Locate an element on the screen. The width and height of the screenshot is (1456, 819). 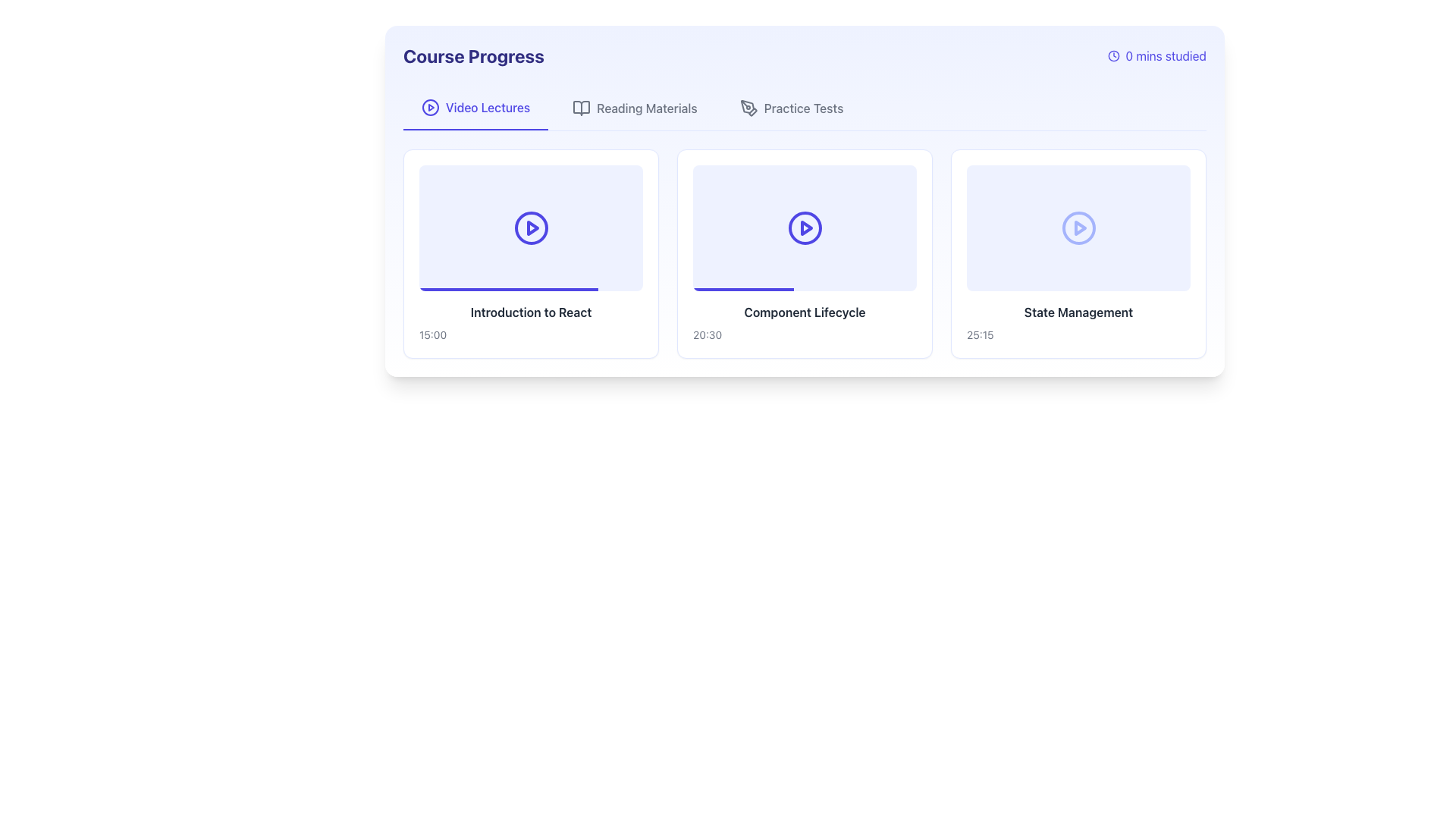
the bookmark button located in the bottom-right corner of the 'Introduction to React' course card to bookmark the course for quick access is located at coordinates (635, 333).